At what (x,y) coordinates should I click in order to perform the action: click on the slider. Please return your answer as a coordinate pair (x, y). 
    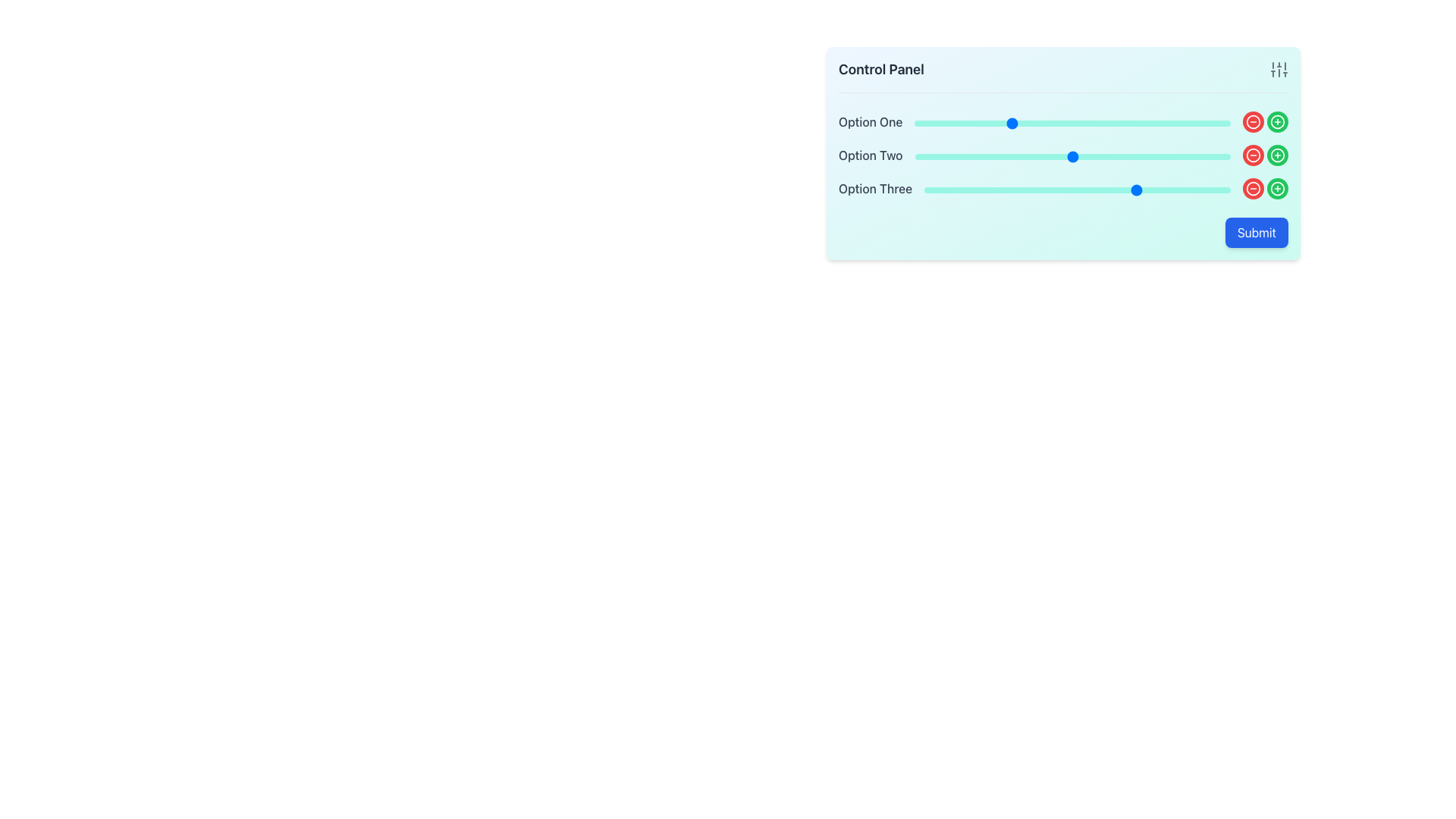
    Looking at the image, I should click on (955, 122).